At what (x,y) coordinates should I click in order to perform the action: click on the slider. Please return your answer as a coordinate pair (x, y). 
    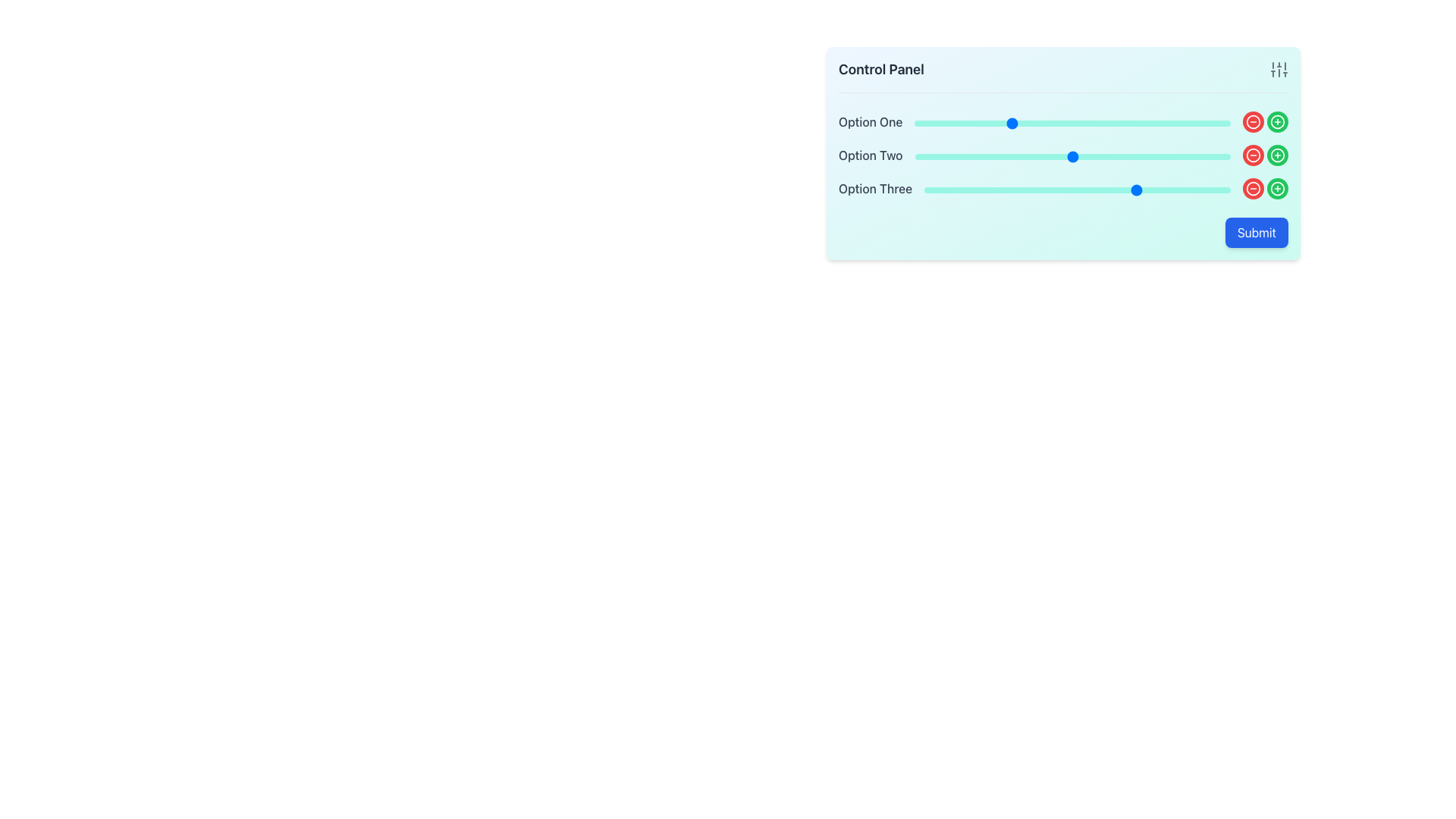
    Looking at the image, I should click on (955, 122).